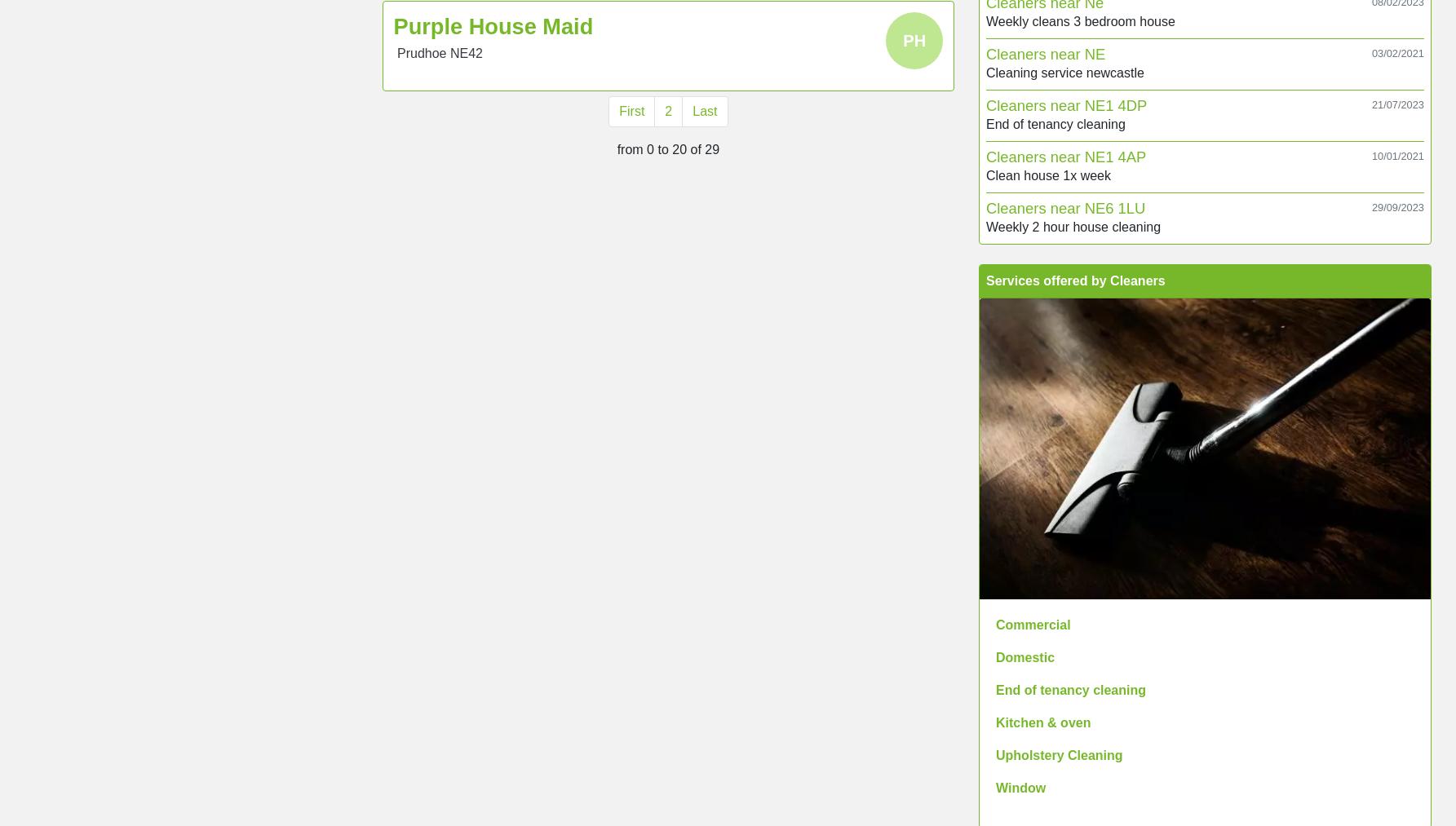 Image resolution: width=1456 pixels, height=826 pixels. I want to click on 'Cleaners near NE1 4DP', so click(1066, 104).